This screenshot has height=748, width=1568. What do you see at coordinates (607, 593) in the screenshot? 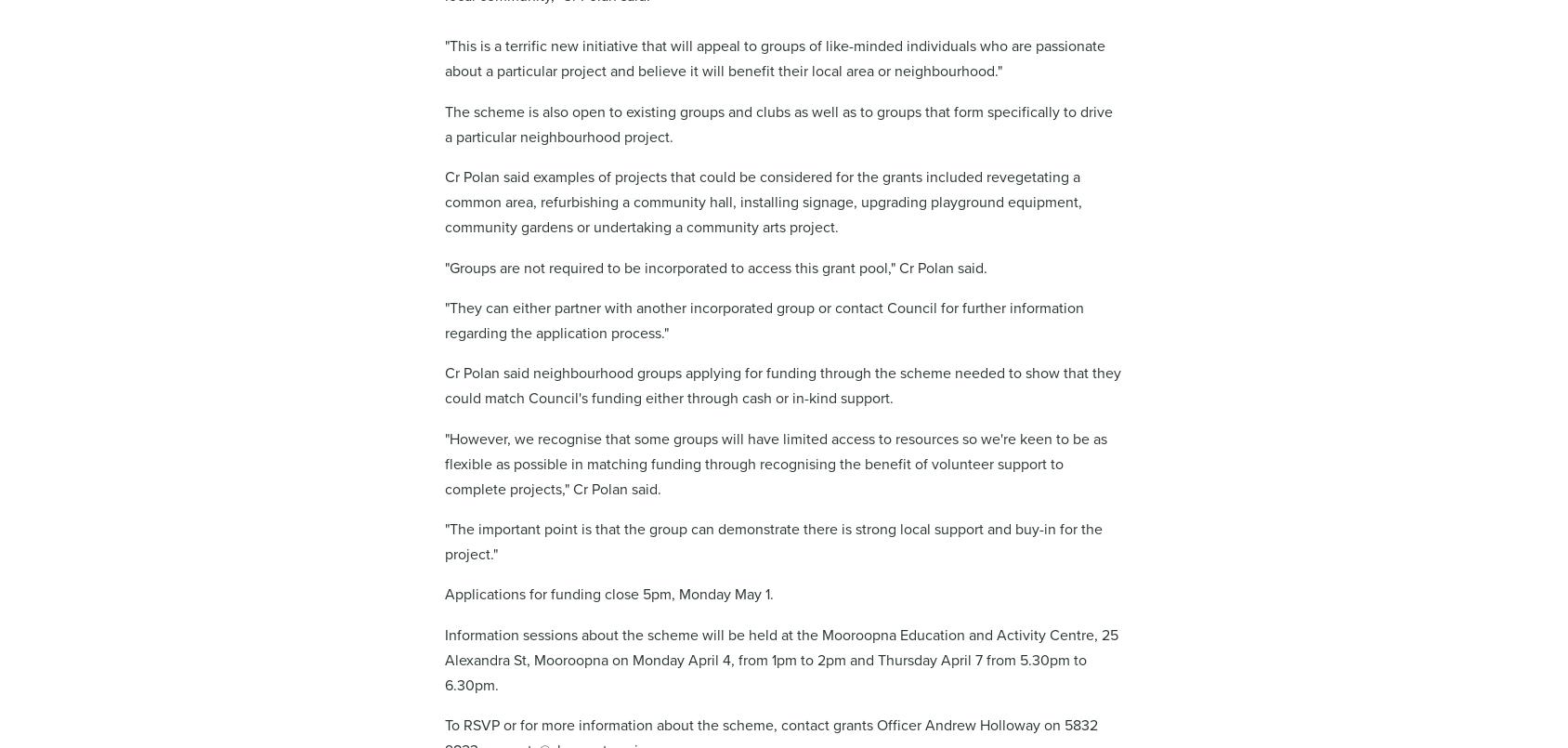
I see `'Applications for funding close 5pm, Monday May 1.'` at bounding box center [607, 593].